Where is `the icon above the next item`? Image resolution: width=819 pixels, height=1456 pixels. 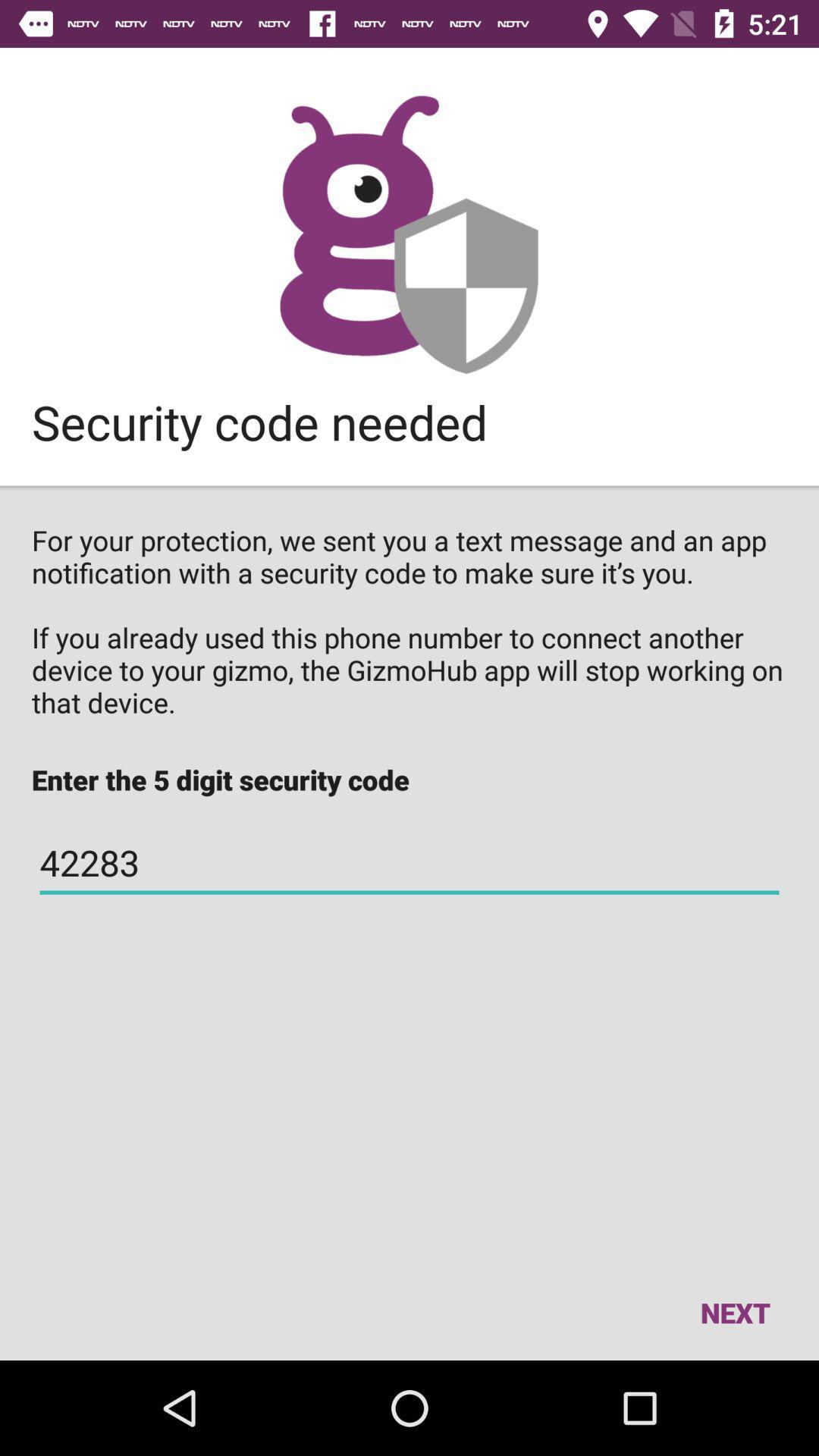 the icon above the next item is located at coordinates (409, 863).